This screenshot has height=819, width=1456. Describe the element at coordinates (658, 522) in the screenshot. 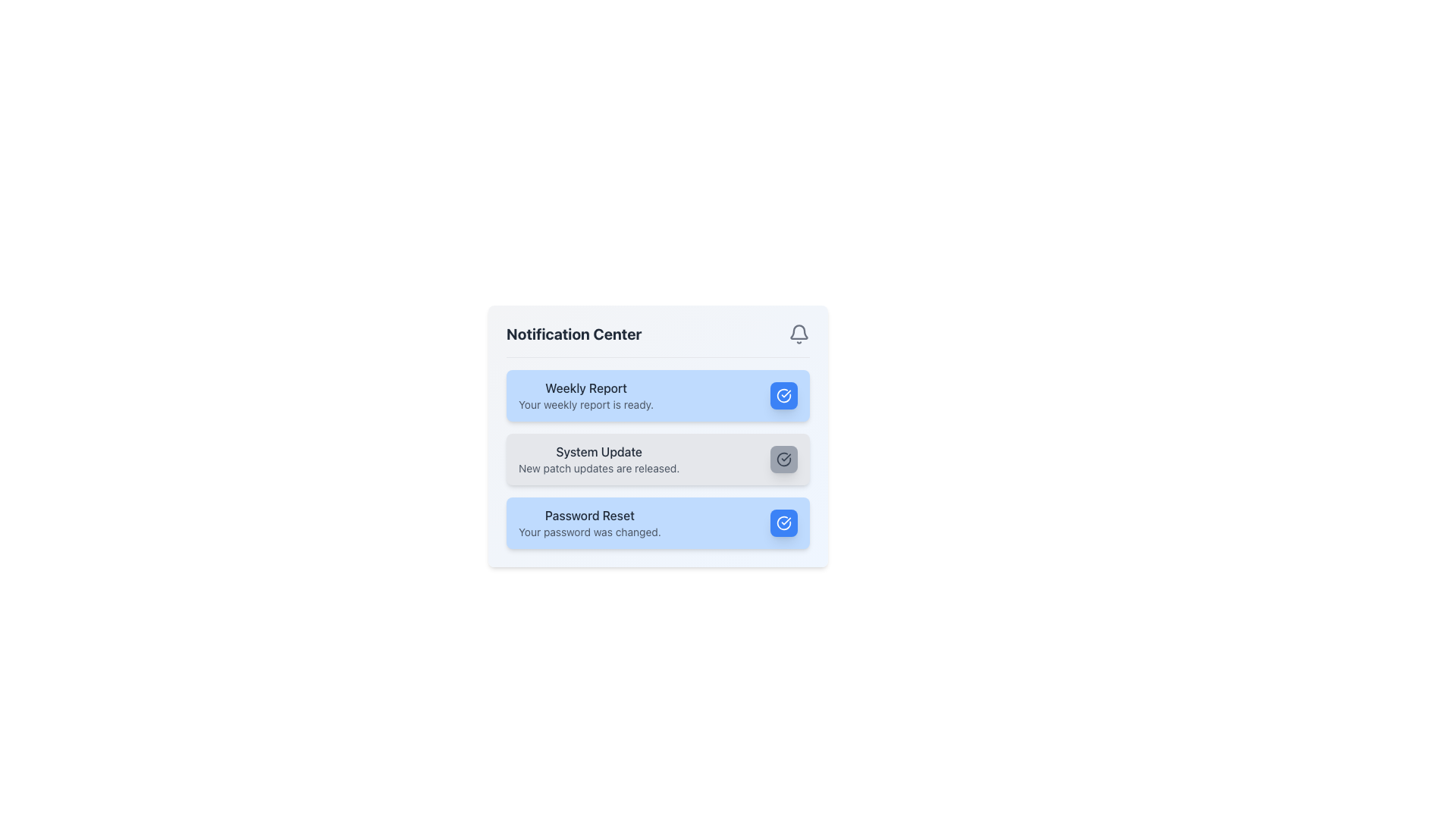

I see `the third Notification card in the Notification Center` at that location.